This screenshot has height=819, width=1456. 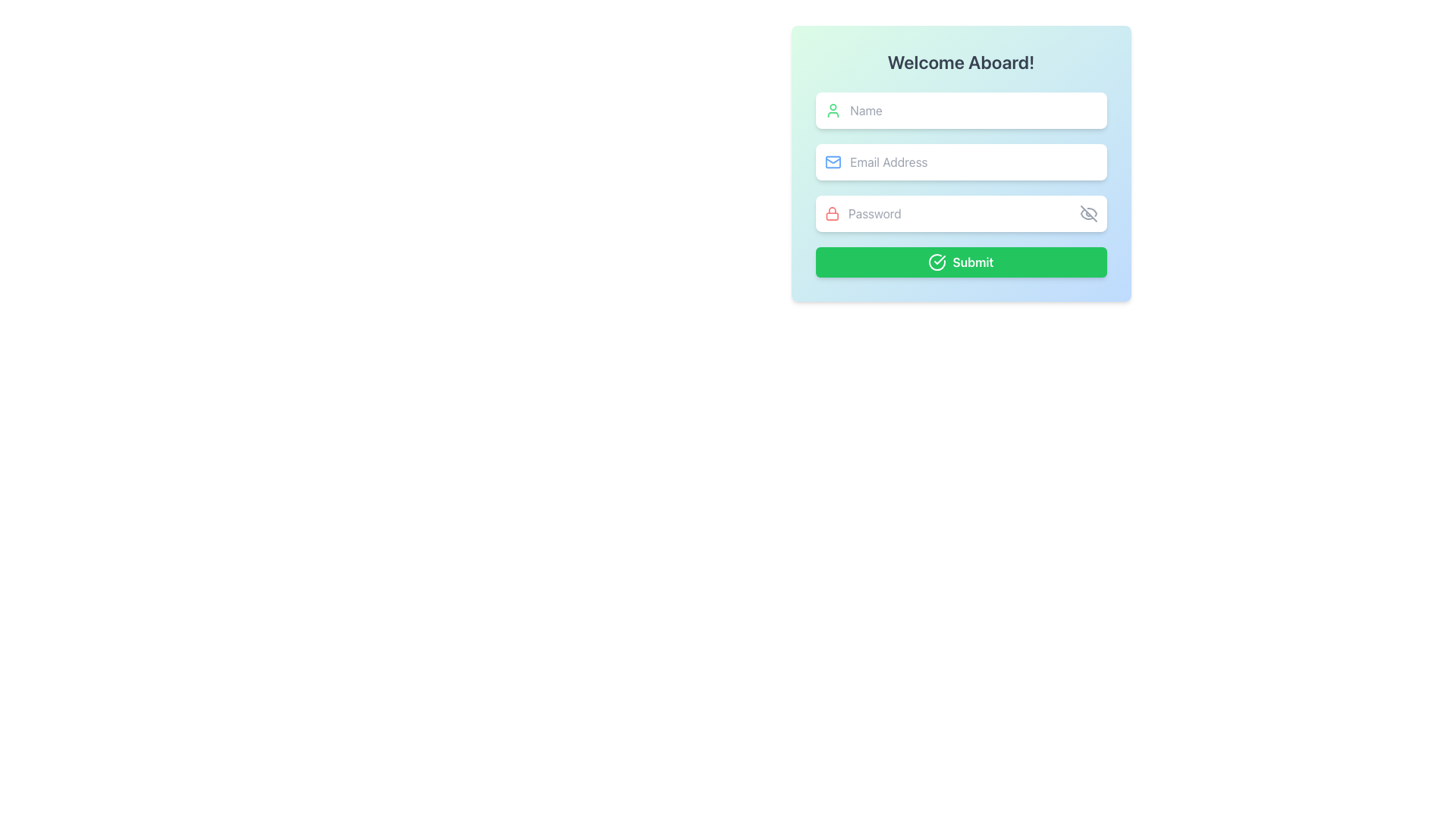 I want to click on the decorative SVG checkmark icon located within the 'Submit' button, positioned to the left of the text label 'Submit', so click(x=939, y=259).